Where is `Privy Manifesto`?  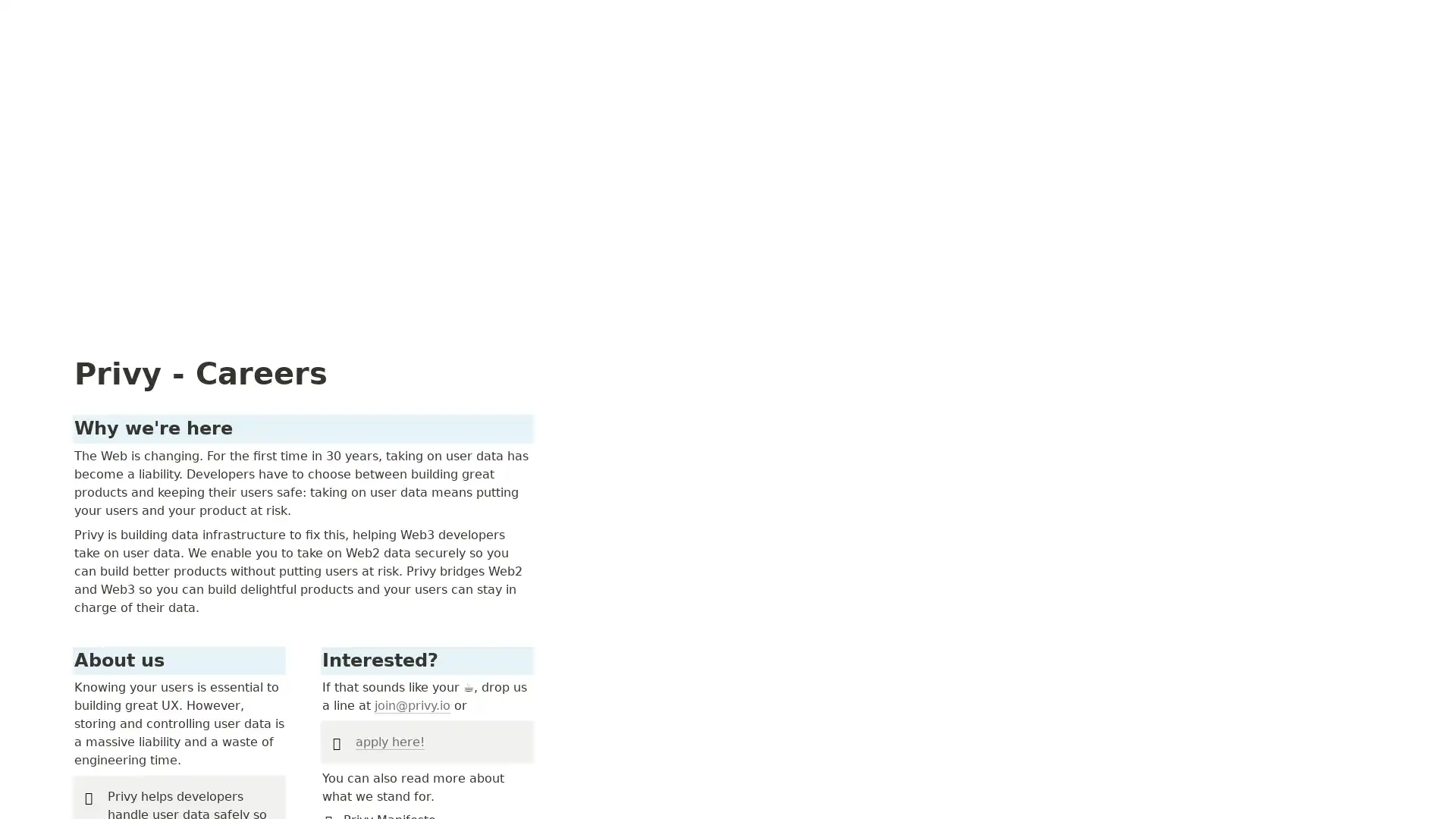
Privy Manifesto is located at coordinates (1063, 693).